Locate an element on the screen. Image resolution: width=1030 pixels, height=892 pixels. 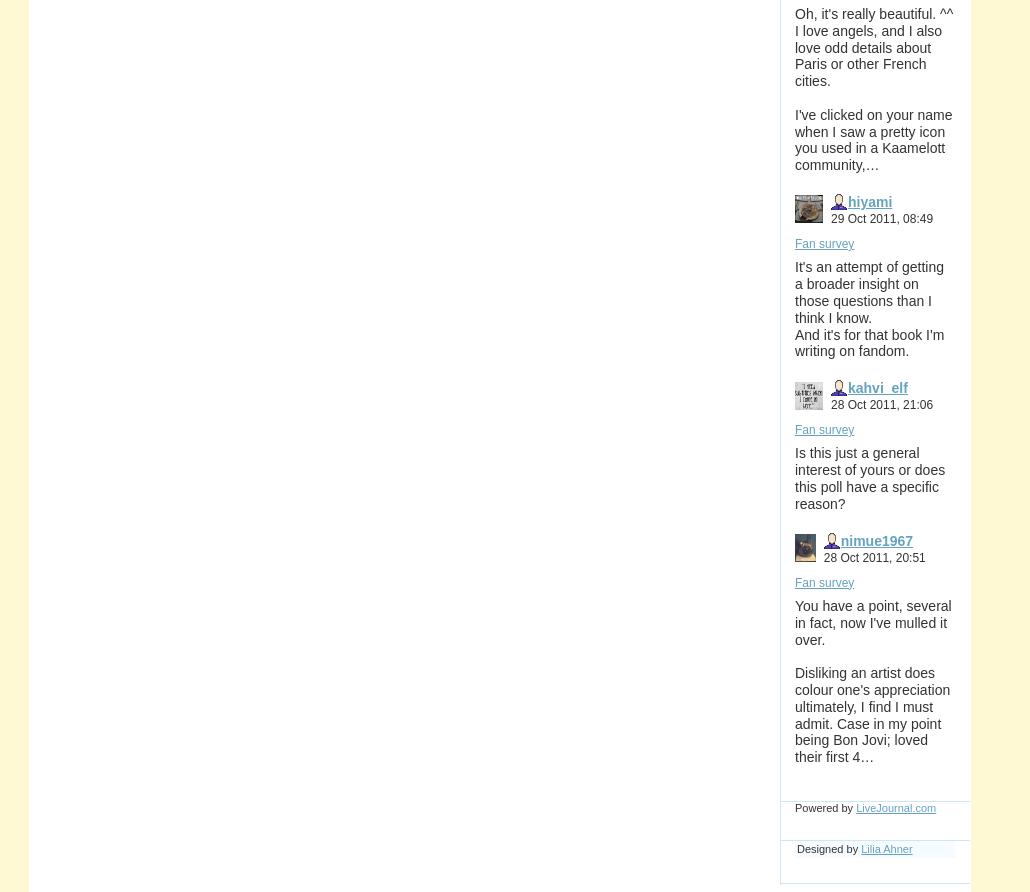
'Disliking an artist does colour one's appreciation ultimately, I find I must admit. Case in my point being Bon Jovi; loved their first 4…' is located at coordinates (872, 715).